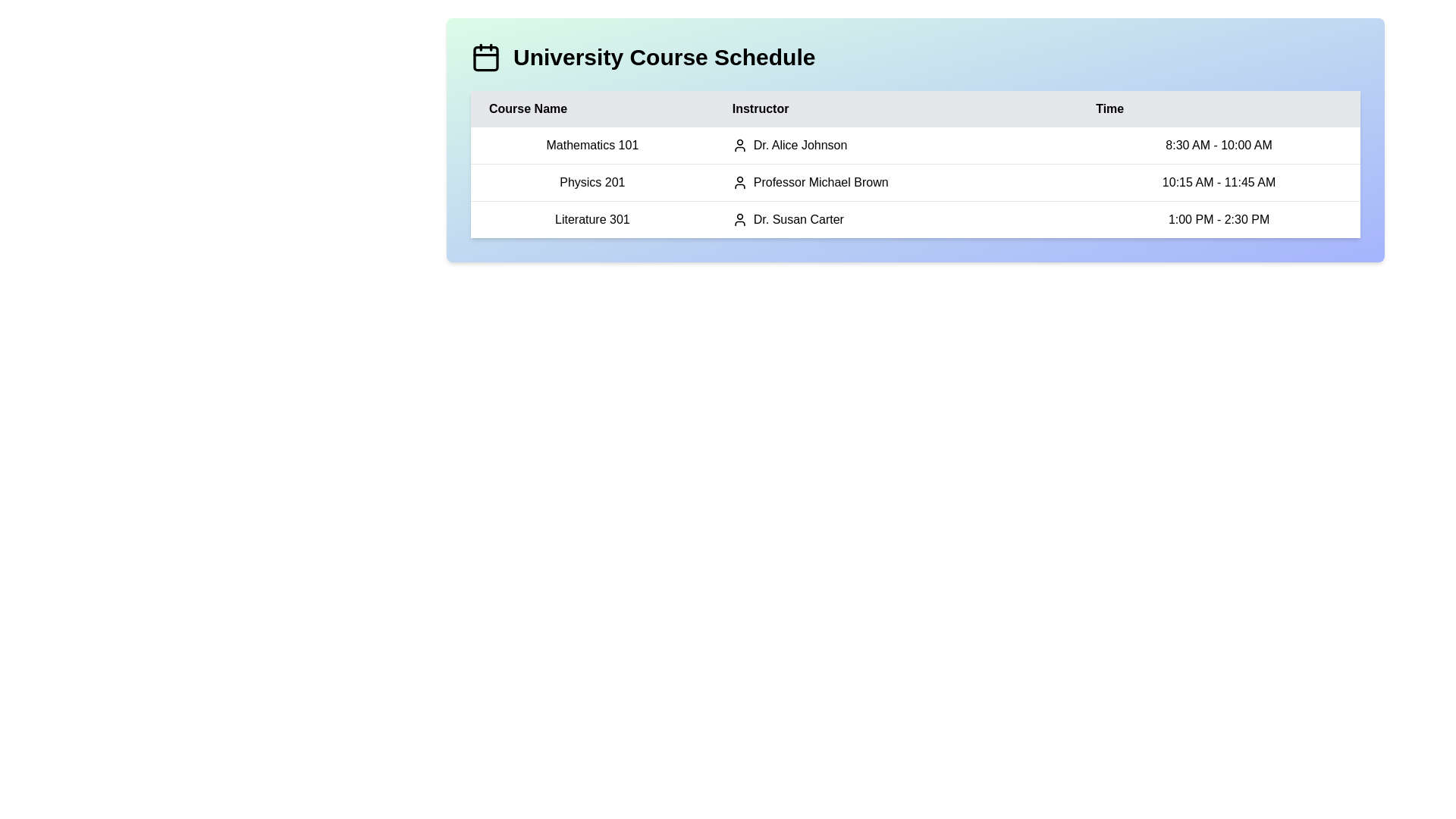  What do you see at coordinates (591, 219) in the screenshot?
I see `the static text label displaying the course name in the third row of the schedule table, which is located between 'Physics 201' above and the course time information to the right` at bounding box center [591, 219].